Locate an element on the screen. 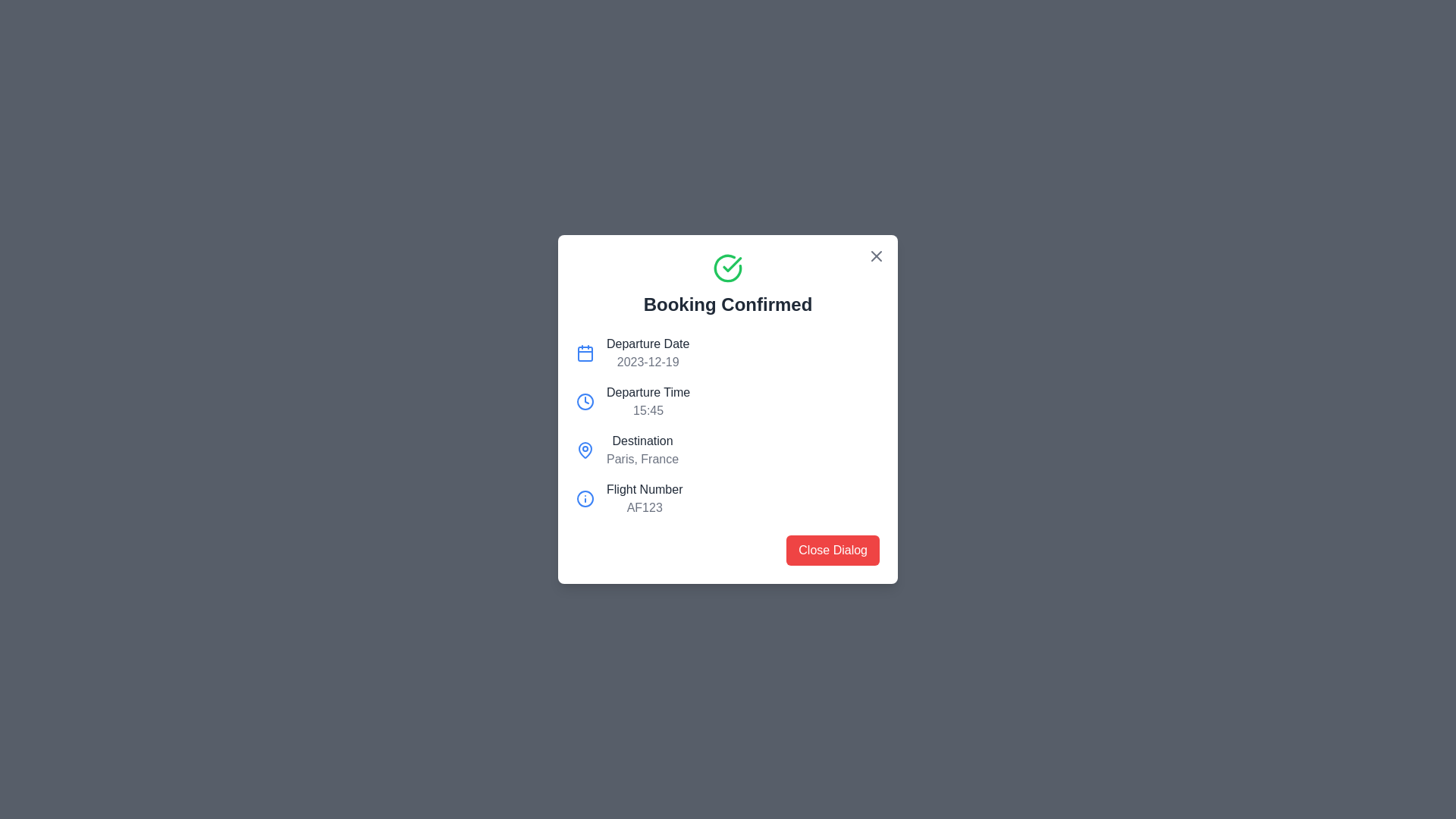 The height and width of the screenshot is (819, 1456). the text label reading 'Destination', which is styled with a medium font-weight and dark gray text color, located beneath 'Departure Time' and above 'Paris, France' is located at coordinates (642, 441).